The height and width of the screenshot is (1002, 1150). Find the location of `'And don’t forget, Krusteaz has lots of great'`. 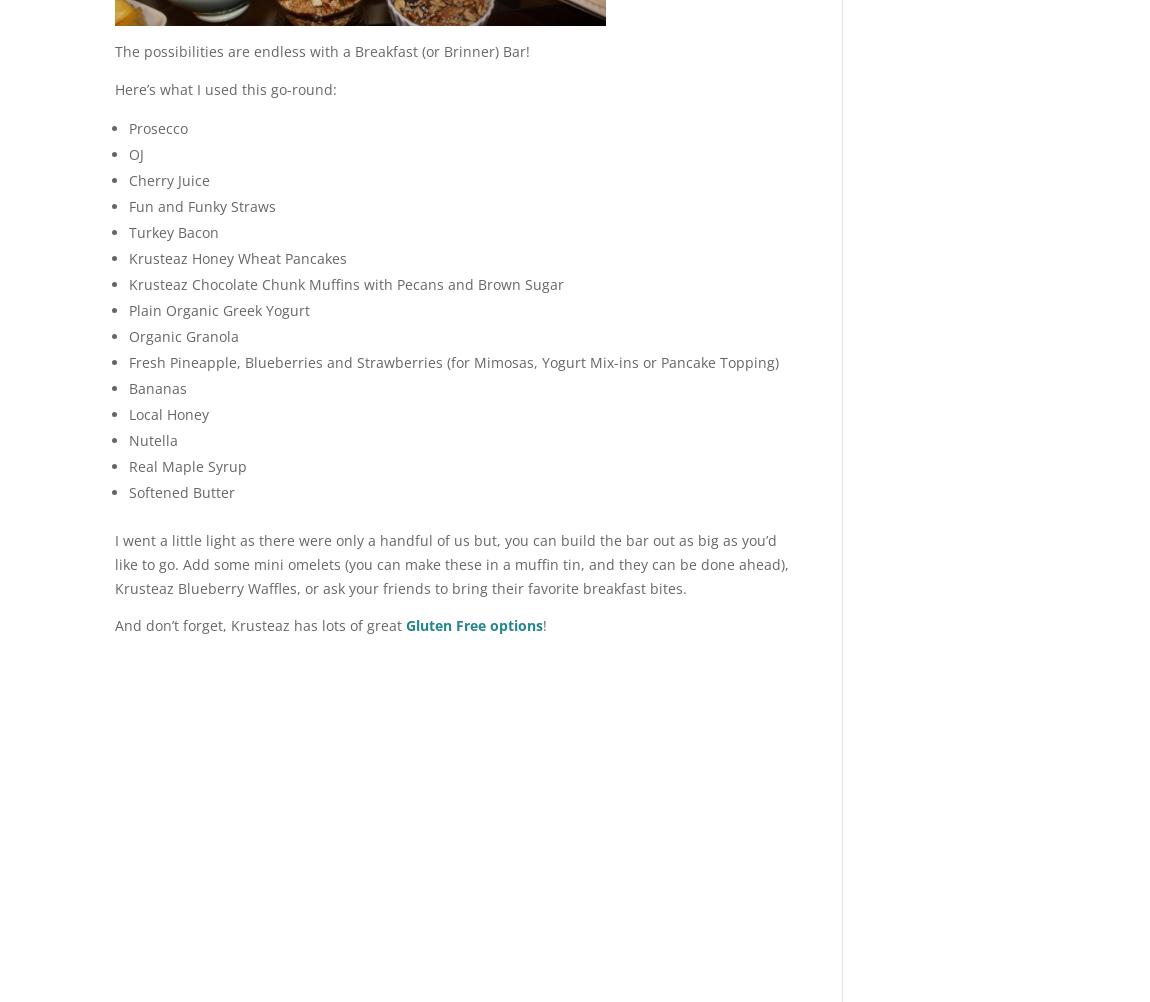

'And don’t forget, Krusteaz has lots of great' is located at coordinates (259, 624).